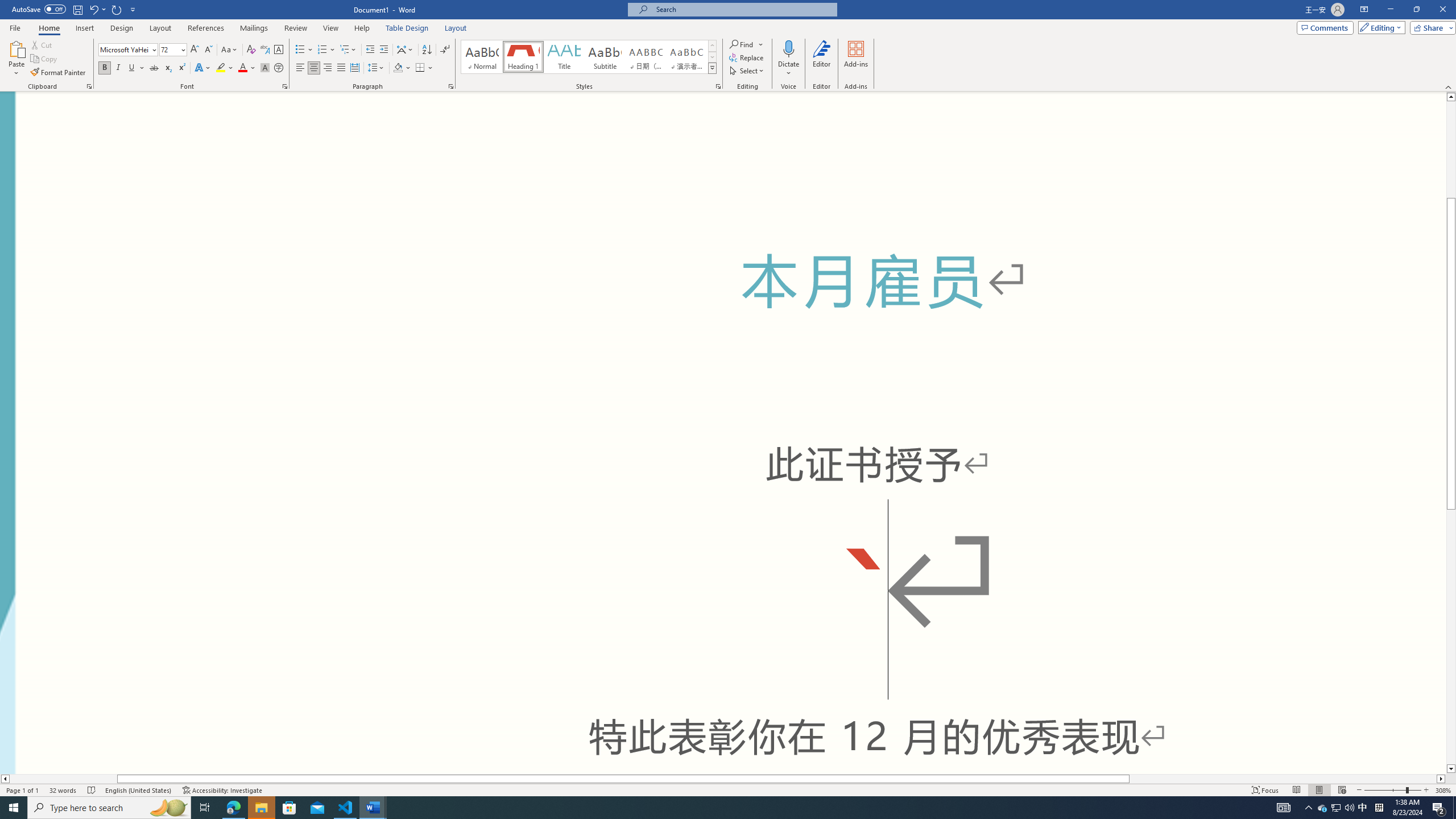 This screenshot has width=1456, height=819. Describe the element at coordinates (42, 44) in the screenshot. I see `'Cut'` at that location.